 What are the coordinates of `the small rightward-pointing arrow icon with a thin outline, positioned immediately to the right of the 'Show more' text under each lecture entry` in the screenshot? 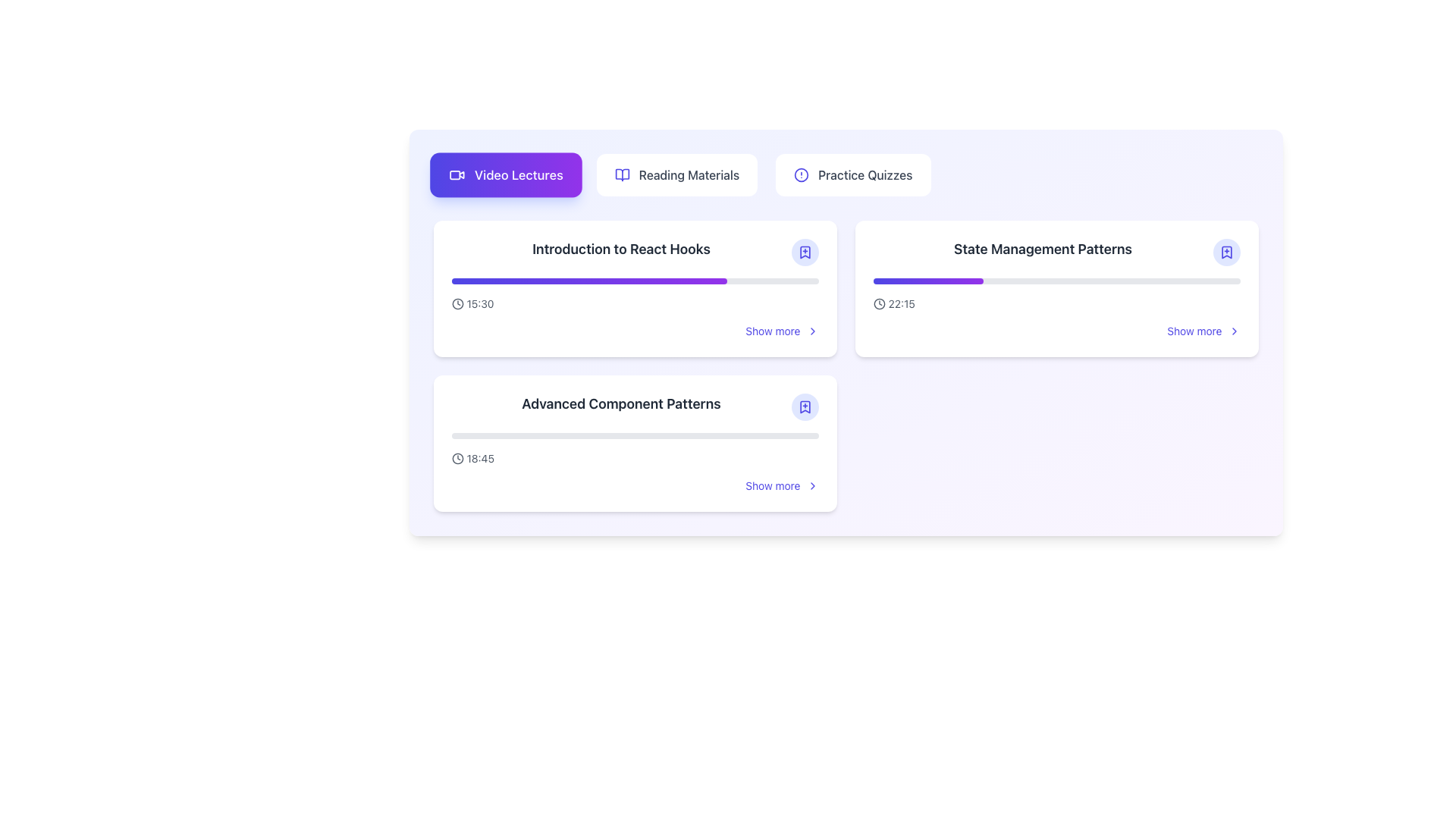 It's located at (811, 330).